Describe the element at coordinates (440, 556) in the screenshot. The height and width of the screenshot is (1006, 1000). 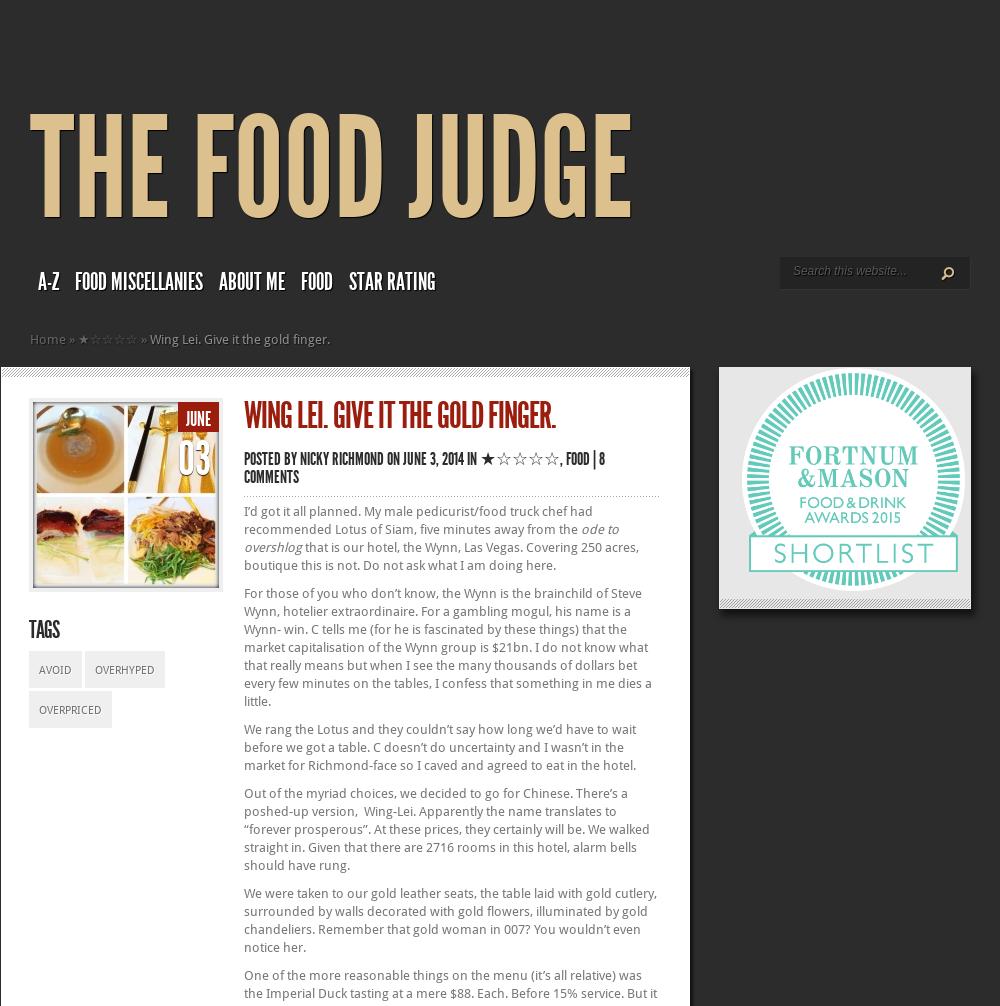
I see `'that is our hotel, the Wynn, Las Vegas. Covering 250 acres, boutique this is not. Do not ask what I am doing here.'` at that location.